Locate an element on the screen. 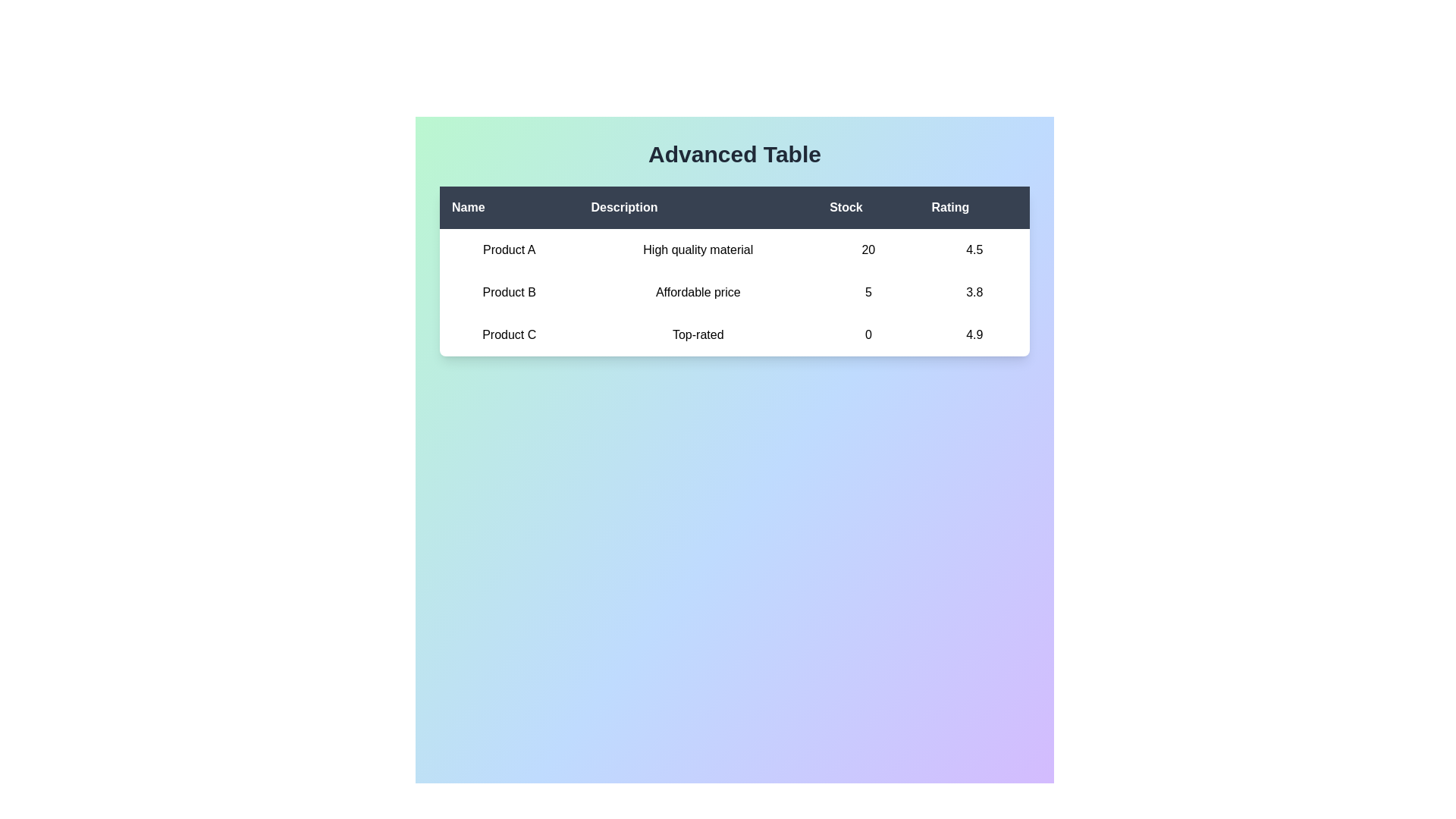  the text label element displaying the product name in the first column of the table is located at coordinates (509, 249).